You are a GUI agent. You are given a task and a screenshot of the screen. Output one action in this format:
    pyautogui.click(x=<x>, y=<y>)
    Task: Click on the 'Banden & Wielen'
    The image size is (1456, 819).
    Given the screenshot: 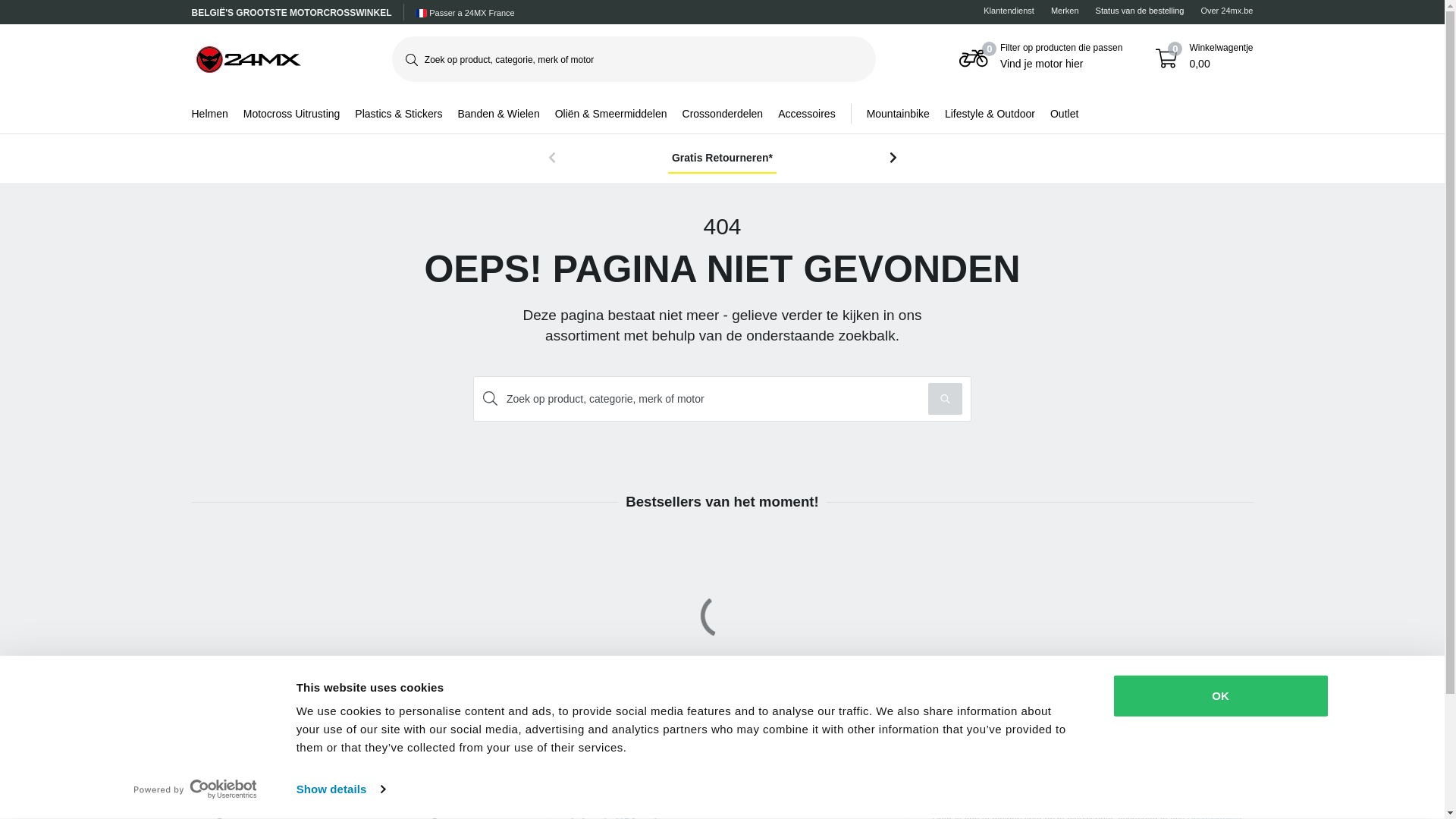 What is the action you would take?
    pyautogui.click(x=498, y=113)
    